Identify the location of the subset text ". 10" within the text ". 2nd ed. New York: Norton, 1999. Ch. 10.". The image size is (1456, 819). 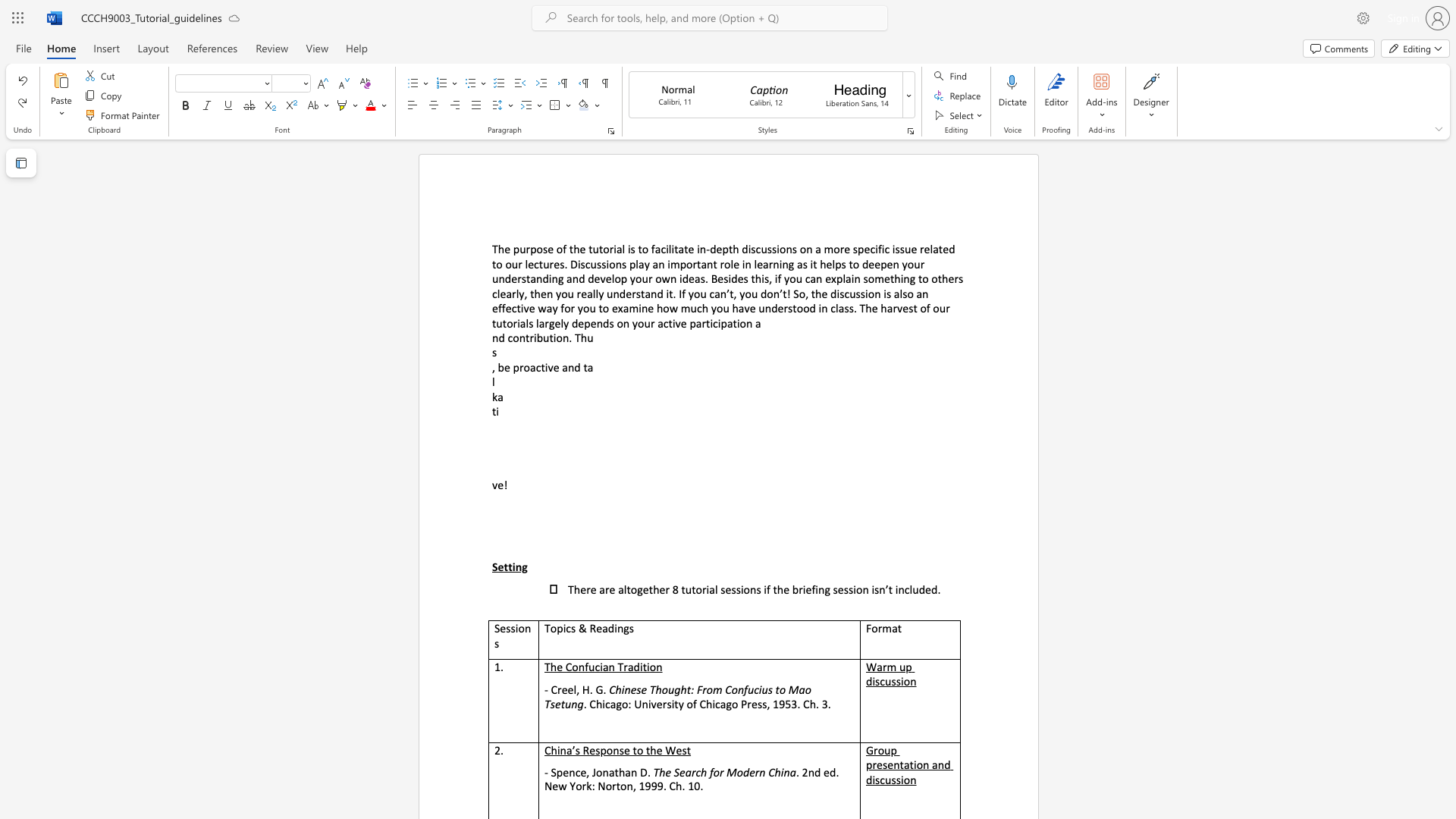
(681, 785).